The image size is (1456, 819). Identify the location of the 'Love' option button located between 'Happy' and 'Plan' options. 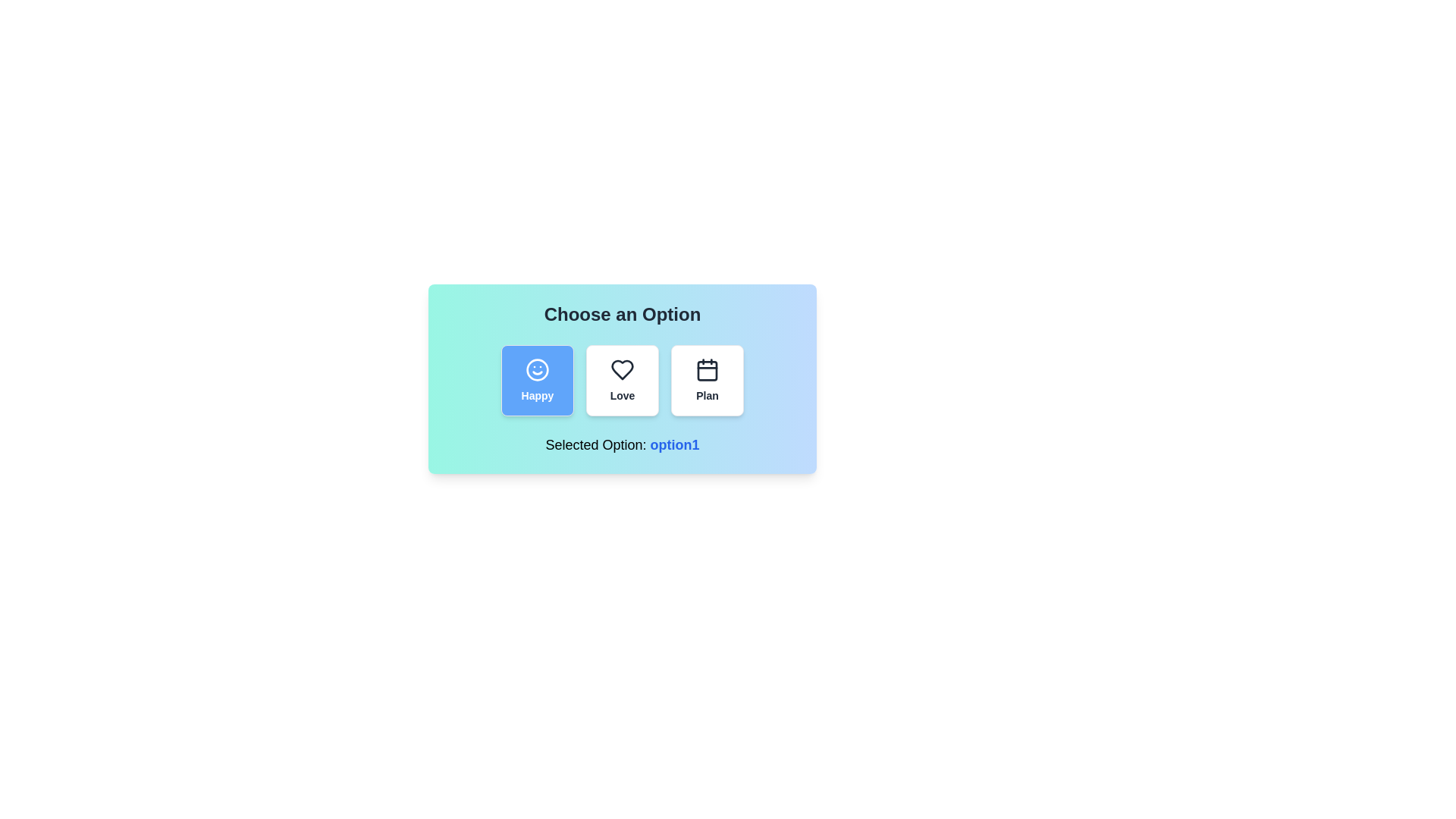
(622, 379).